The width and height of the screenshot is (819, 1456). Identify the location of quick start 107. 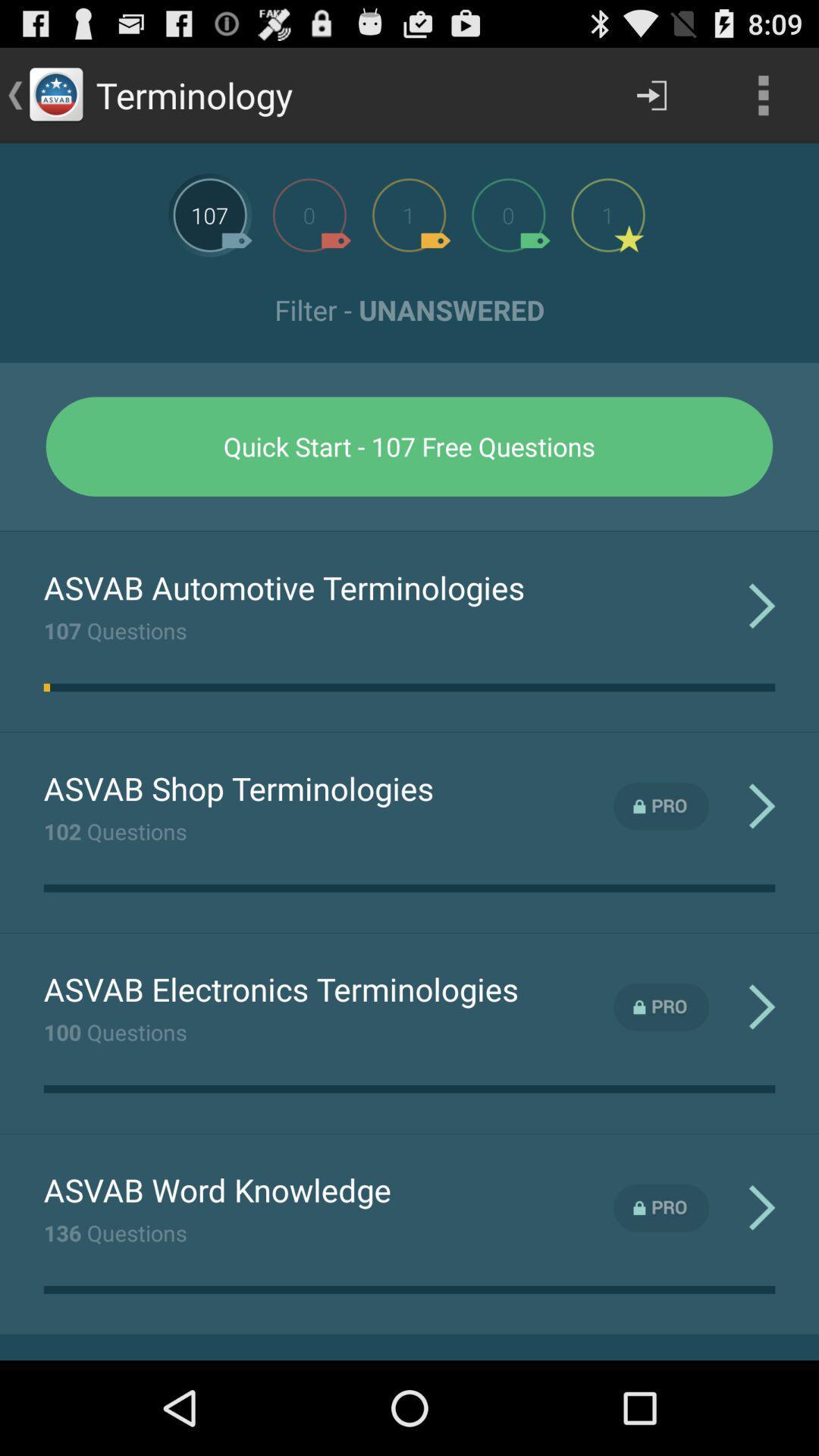
(409, 446).